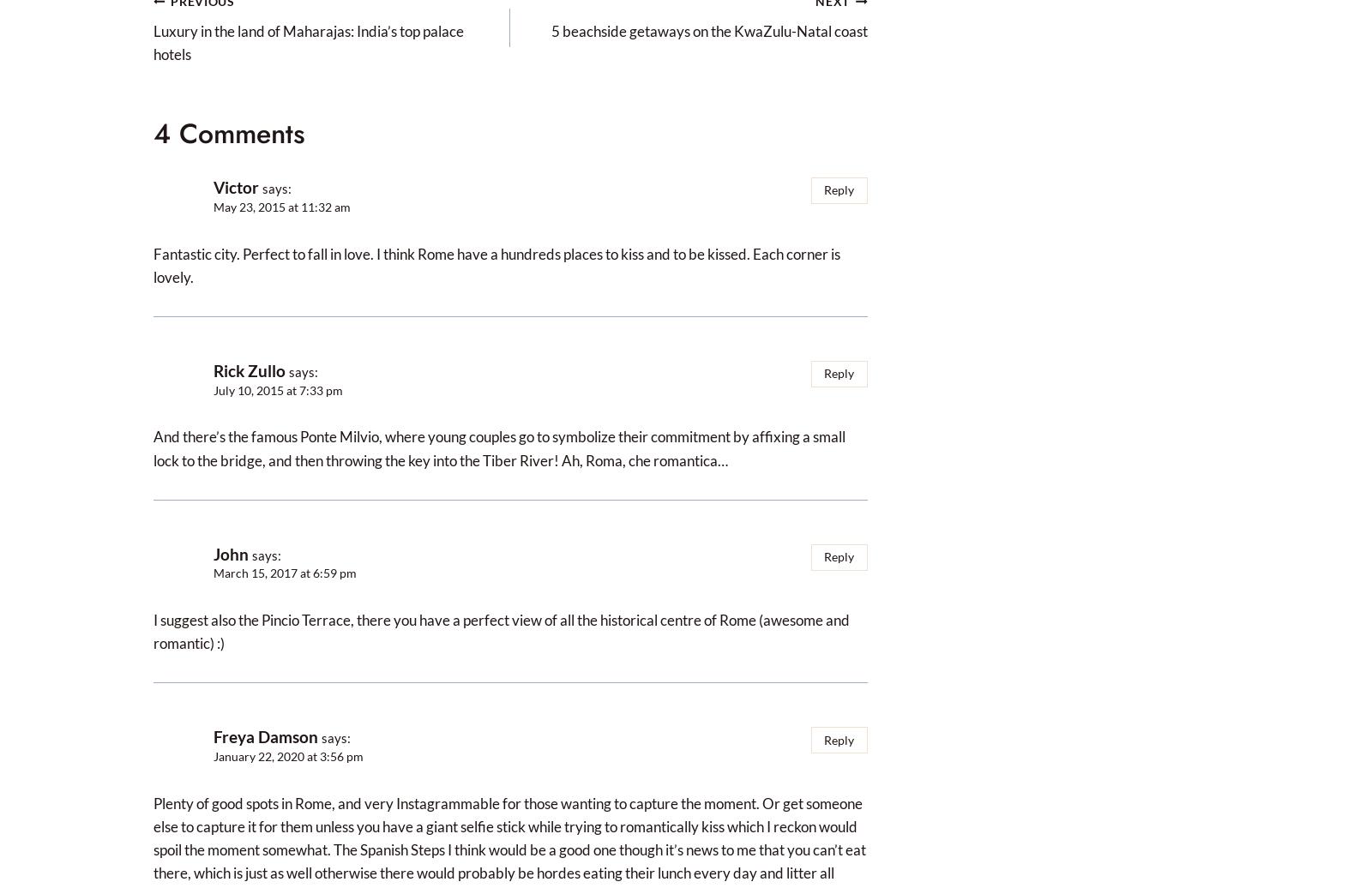 The height and width of the screenshot is (888, 1372). Describe the element at coordinates (550, 30) in the screenshot. I see `'5 beachside getaways on the KwaZulu-Natal coast'` at that location.